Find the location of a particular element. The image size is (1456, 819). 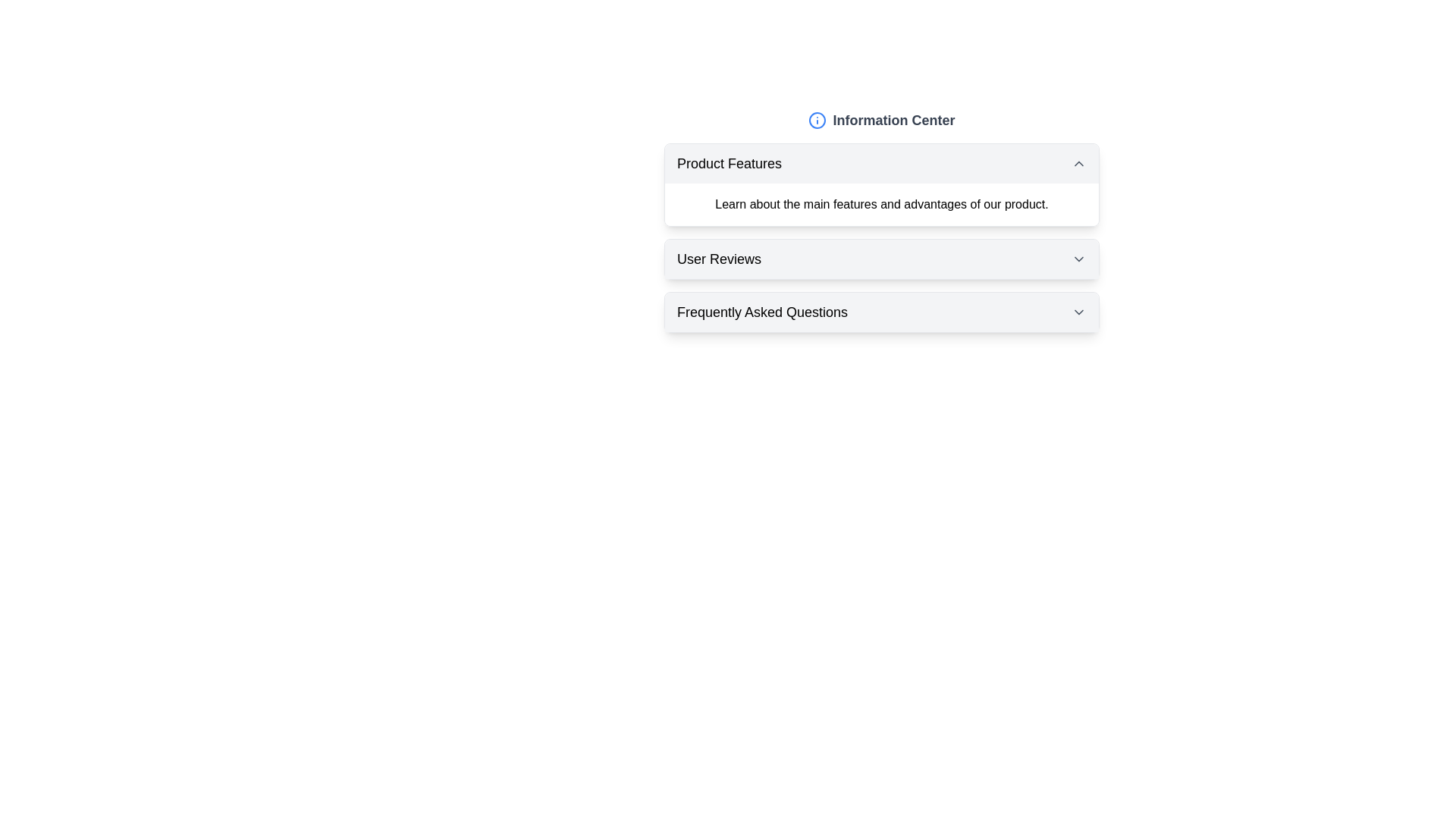

the collapsible icon located at the far-right of the 'User Reviews' section is located at coordinates (1078, 259).